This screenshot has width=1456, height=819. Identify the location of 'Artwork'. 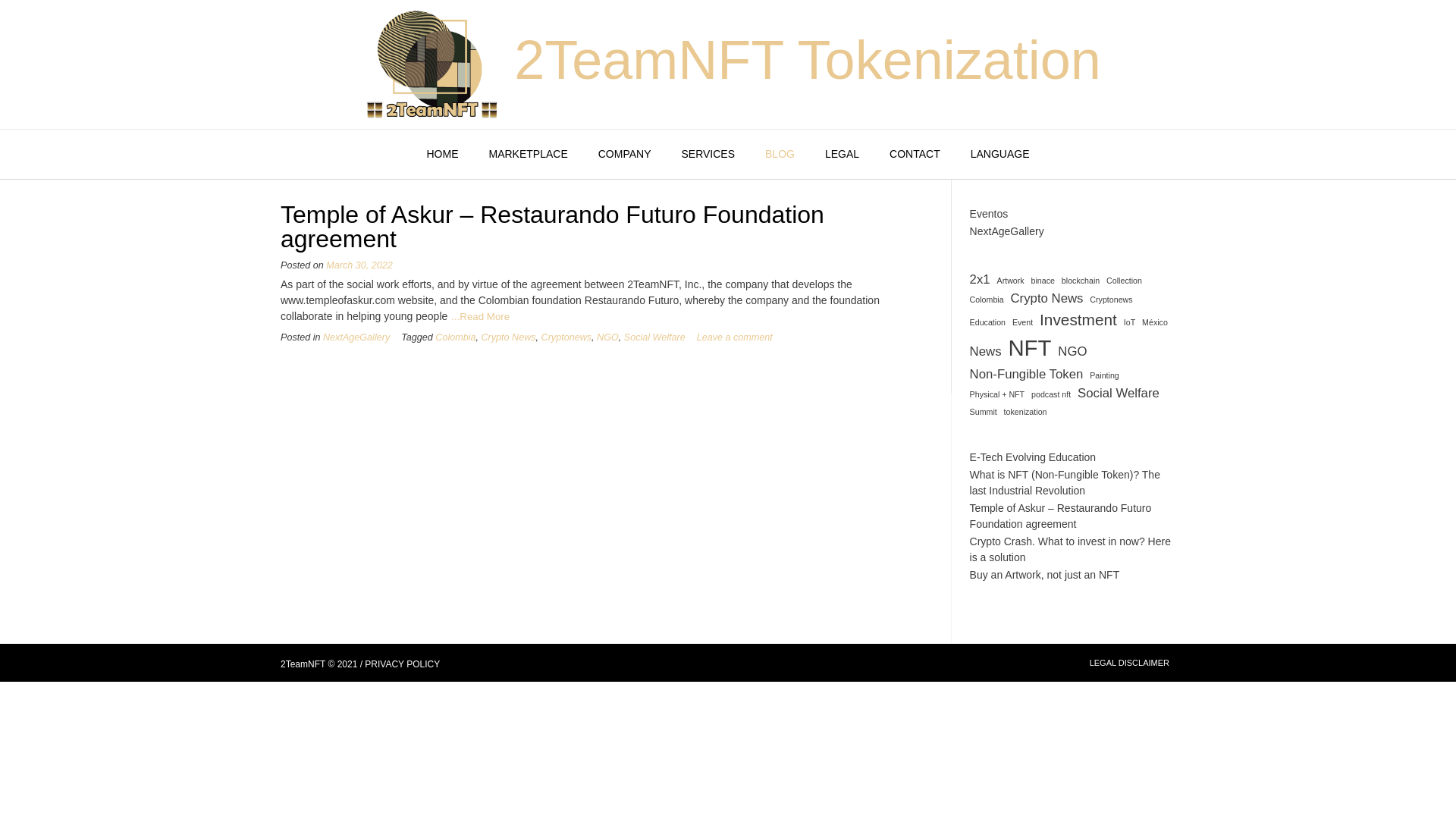
(997, 281).